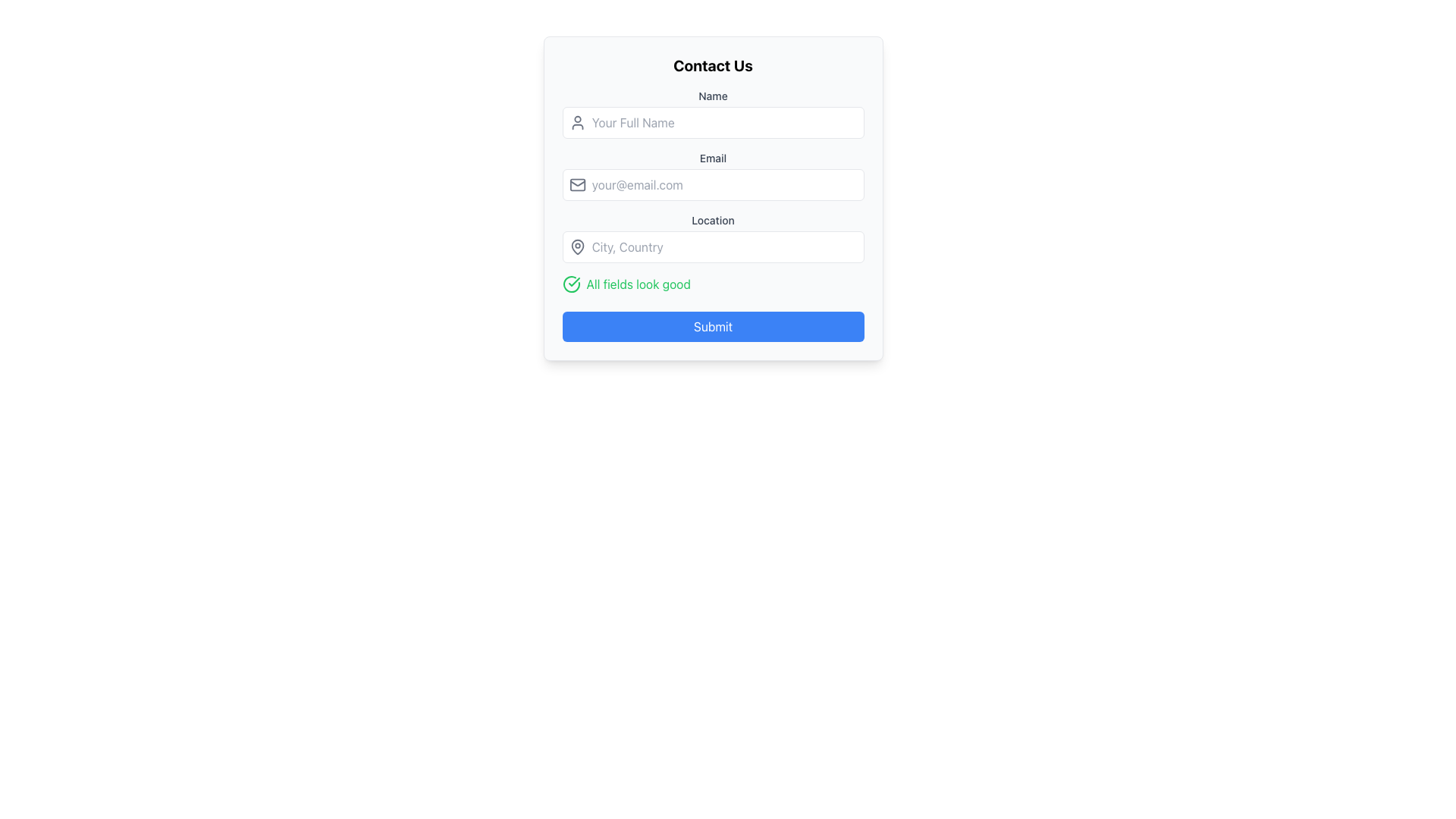 The image size is (1456, 819). Describe the element at coordinates (576, 246) in the screenshot. I see `the icon associated with the 'Location' input field` at that location.